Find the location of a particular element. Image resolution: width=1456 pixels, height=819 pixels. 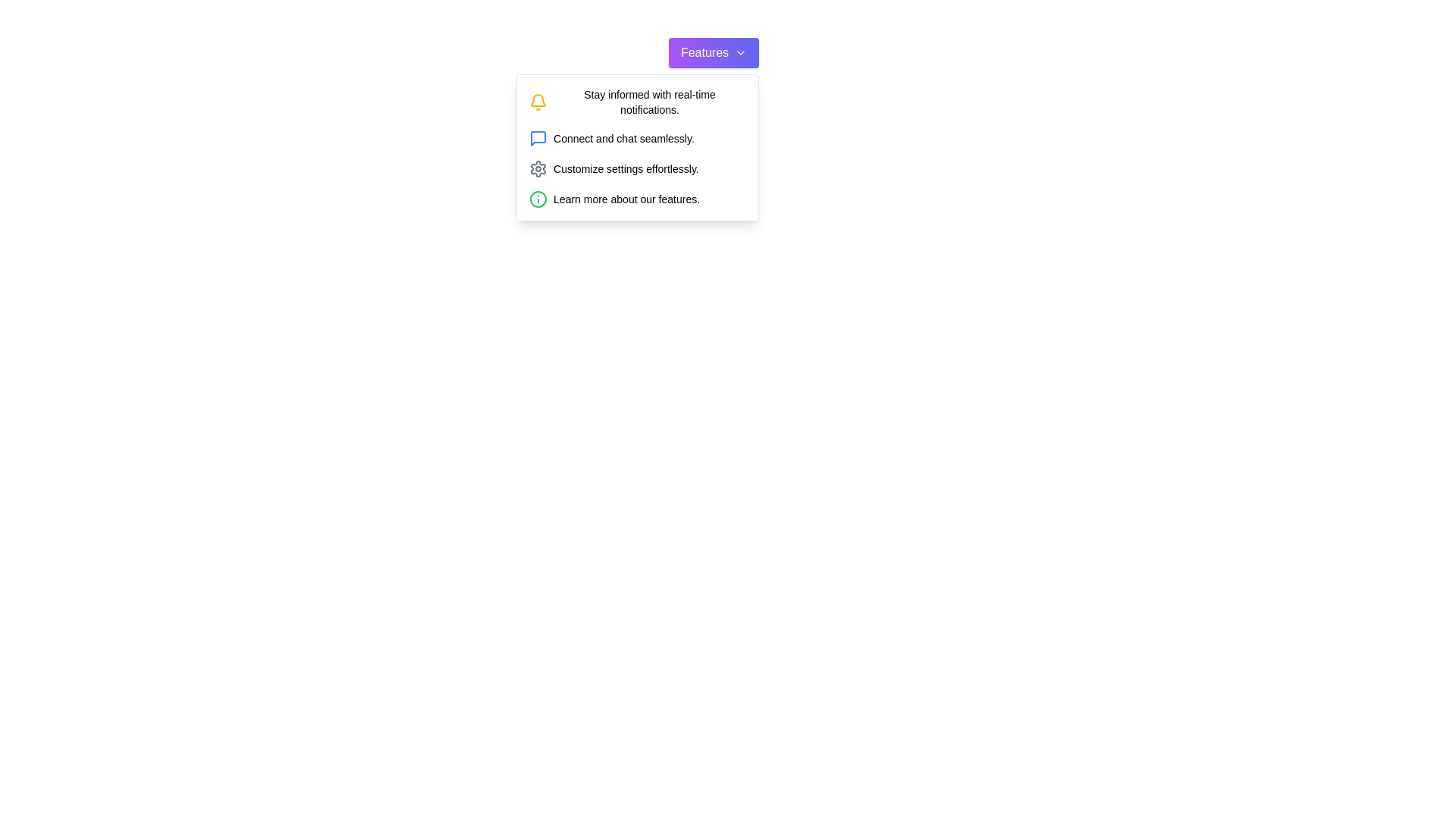

the Informational link, which is represented by a small green circular icon with an 'i' inside it, followed by the text 'Learn more about our features.' This link is the fourth item in the dropdown panel under the 'Features' button is located at coordinates (638, 198).